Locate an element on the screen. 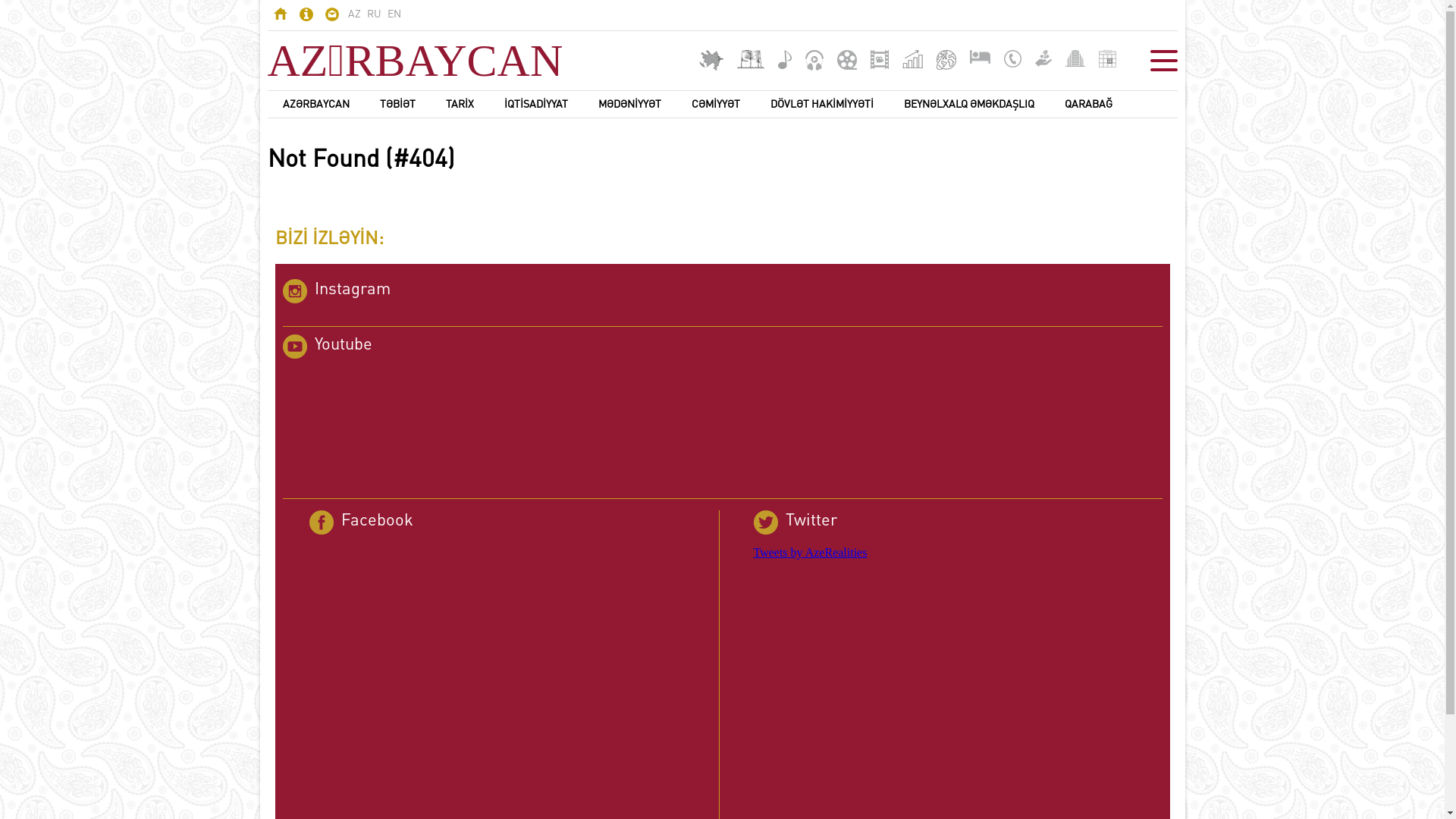  'Musiqi' is located at coordinates (785, 58).